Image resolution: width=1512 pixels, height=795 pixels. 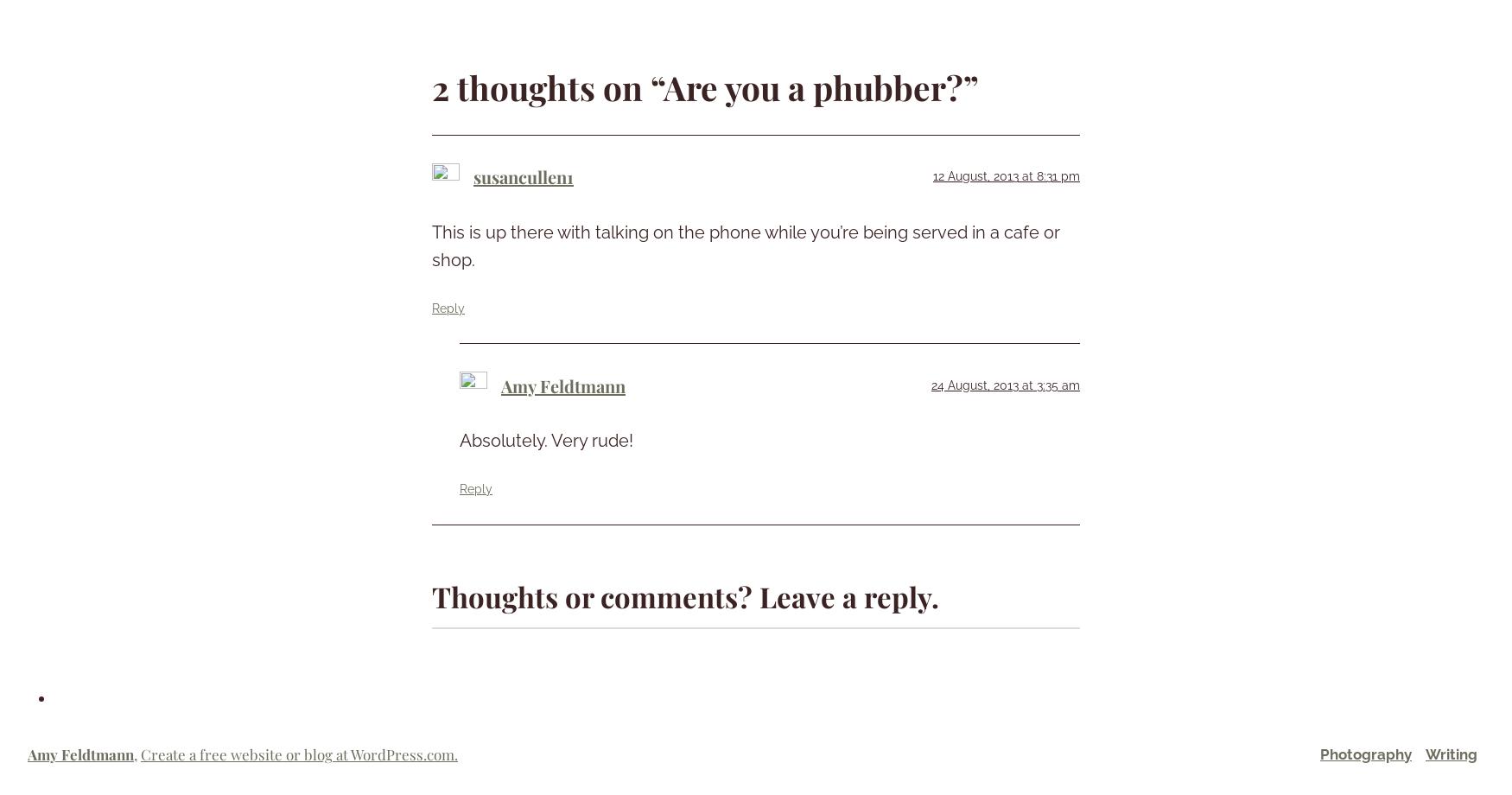 I want to click on '12 August, 2013 at 8:31 pm', so click(x=1005, y=175).